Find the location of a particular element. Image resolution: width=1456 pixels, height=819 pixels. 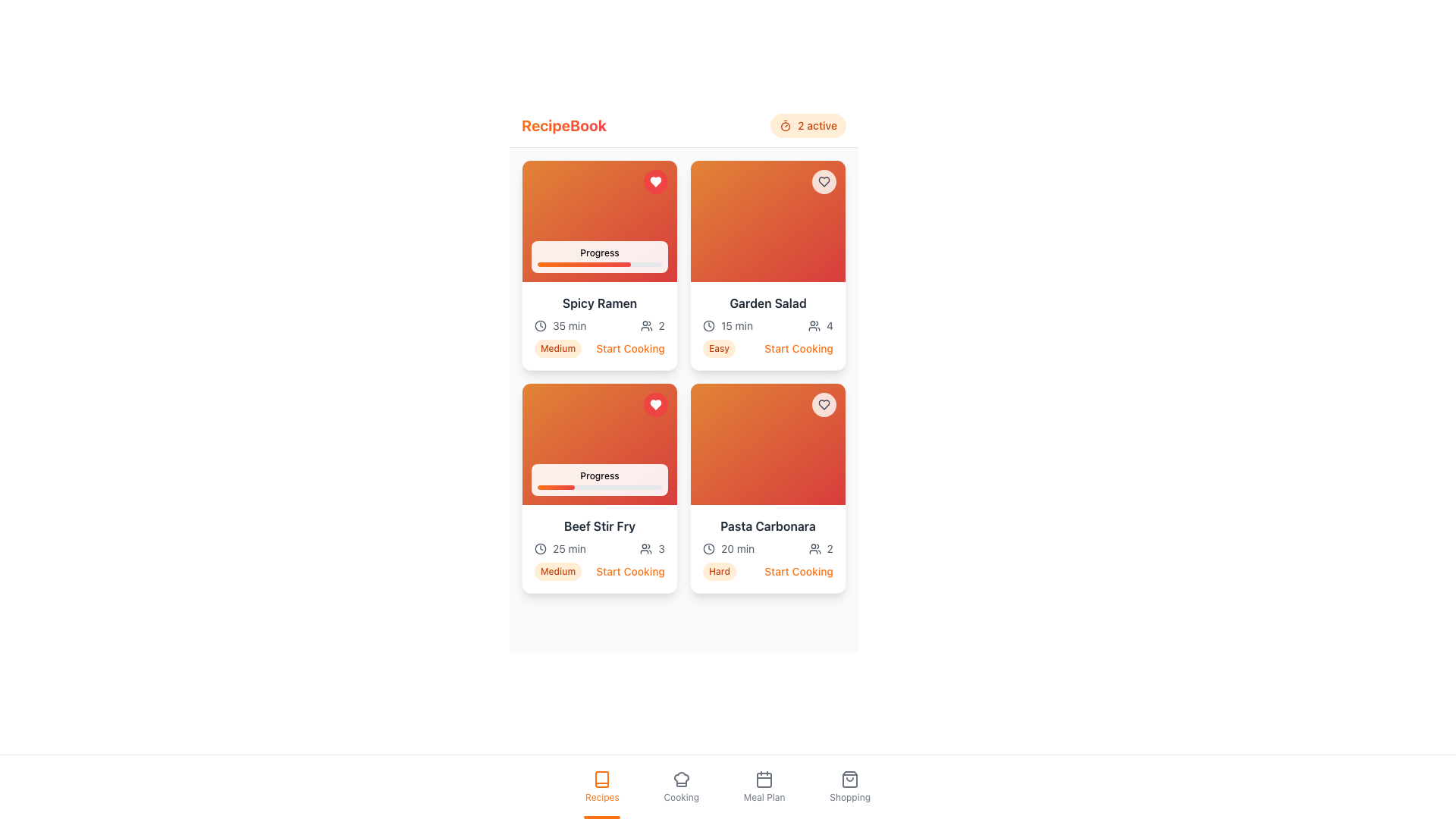

the rounded rectangle background of the calendar icon located in the bottom menu of the interface is located at coordinates (764, 780).